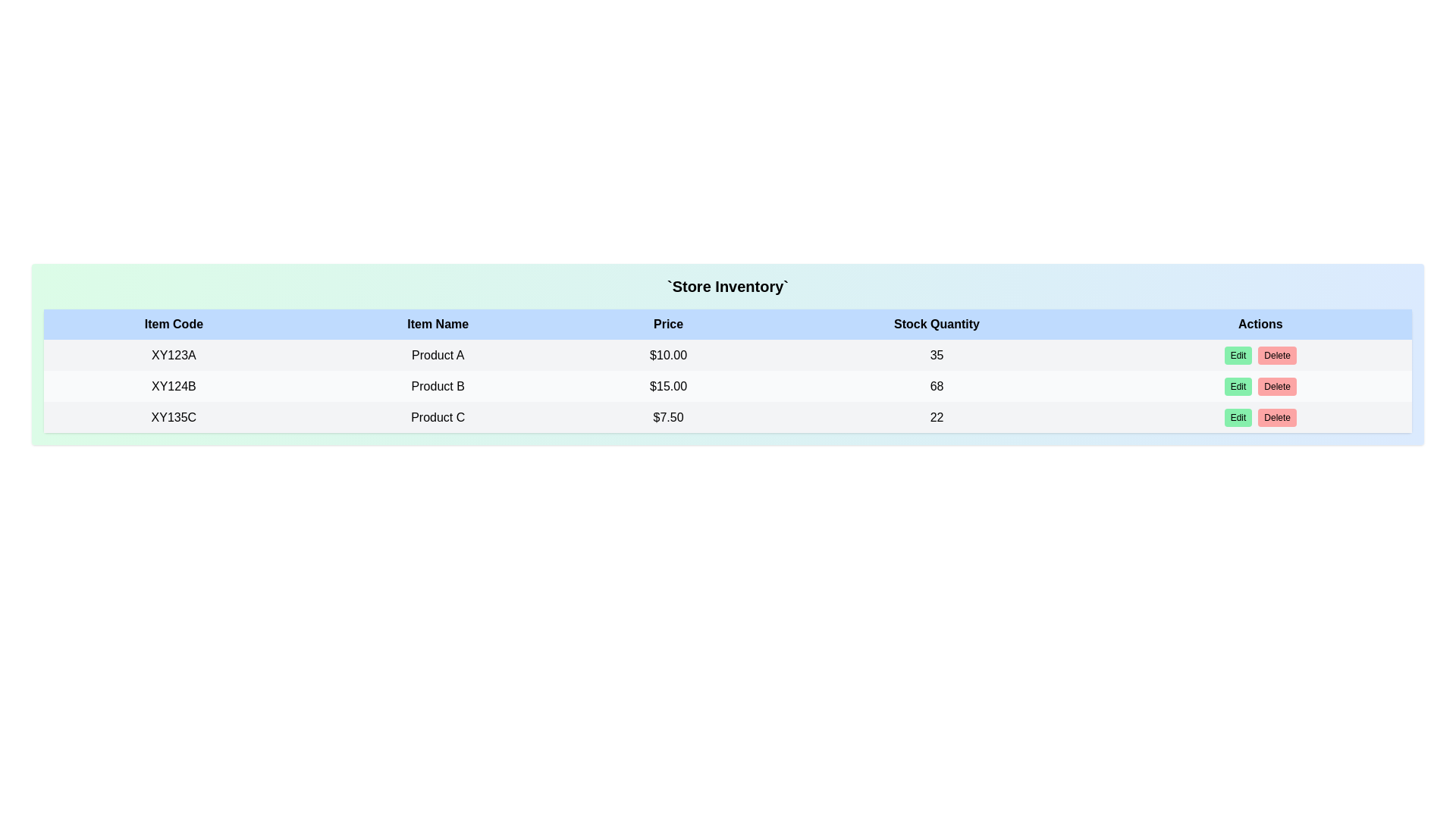 Image resolution: width=1456 pixels, height=819 pixels. I want to click on the interactive buttons group located in the last column of the first row under the 'Actions' label to activate hover effects, so click(1260, 355).